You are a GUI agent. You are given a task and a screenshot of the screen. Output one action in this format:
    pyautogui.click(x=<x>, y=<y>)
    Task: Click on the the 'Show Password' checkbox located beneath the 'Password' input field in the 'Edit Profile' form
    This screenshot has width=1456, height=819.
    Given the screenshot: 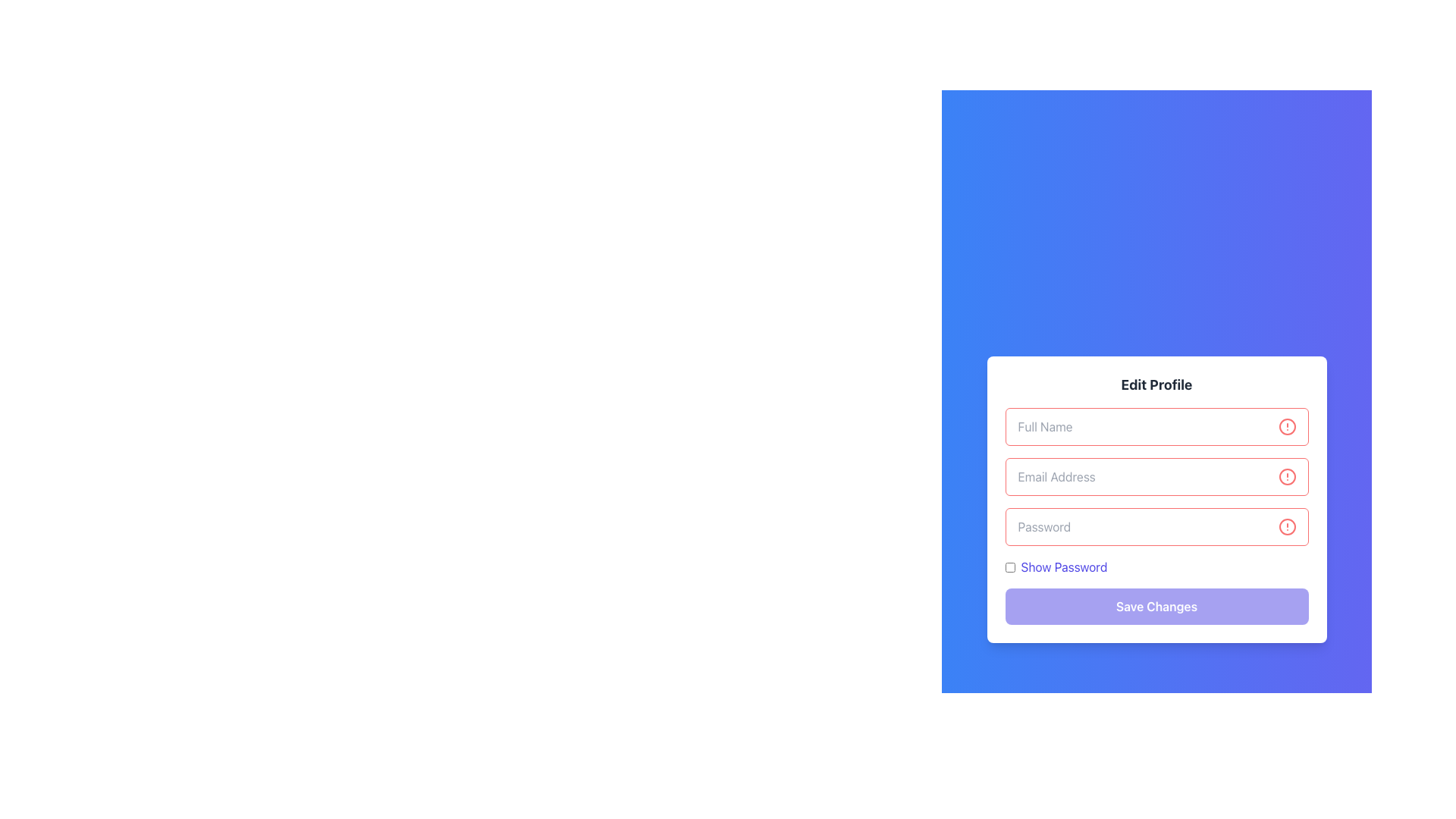 What is the action you would take?
    pyautogui.click(x=1156, y=567)
    